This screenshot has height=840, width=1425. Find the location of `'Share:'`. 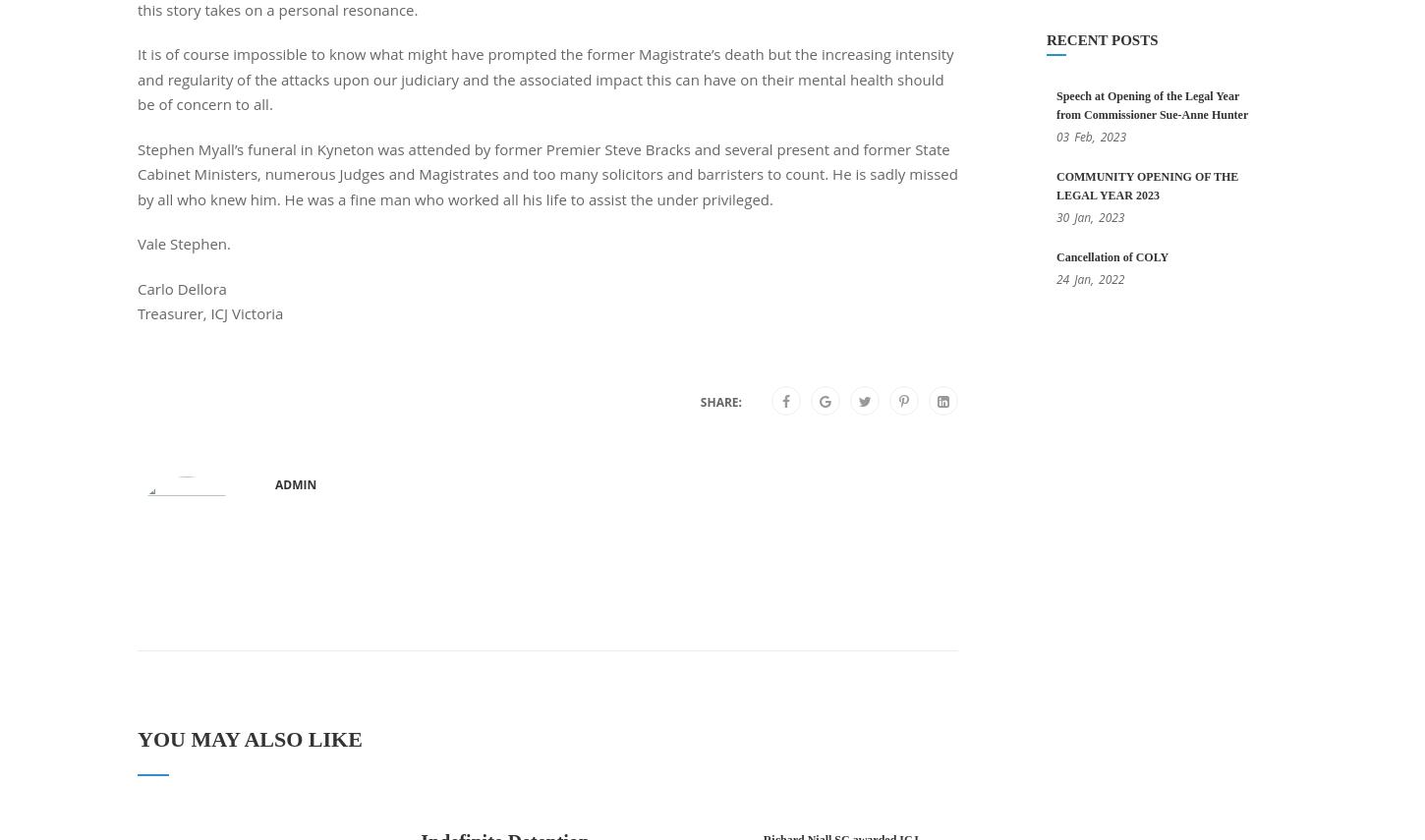

'Share:' is located at coordinates (720, 401).